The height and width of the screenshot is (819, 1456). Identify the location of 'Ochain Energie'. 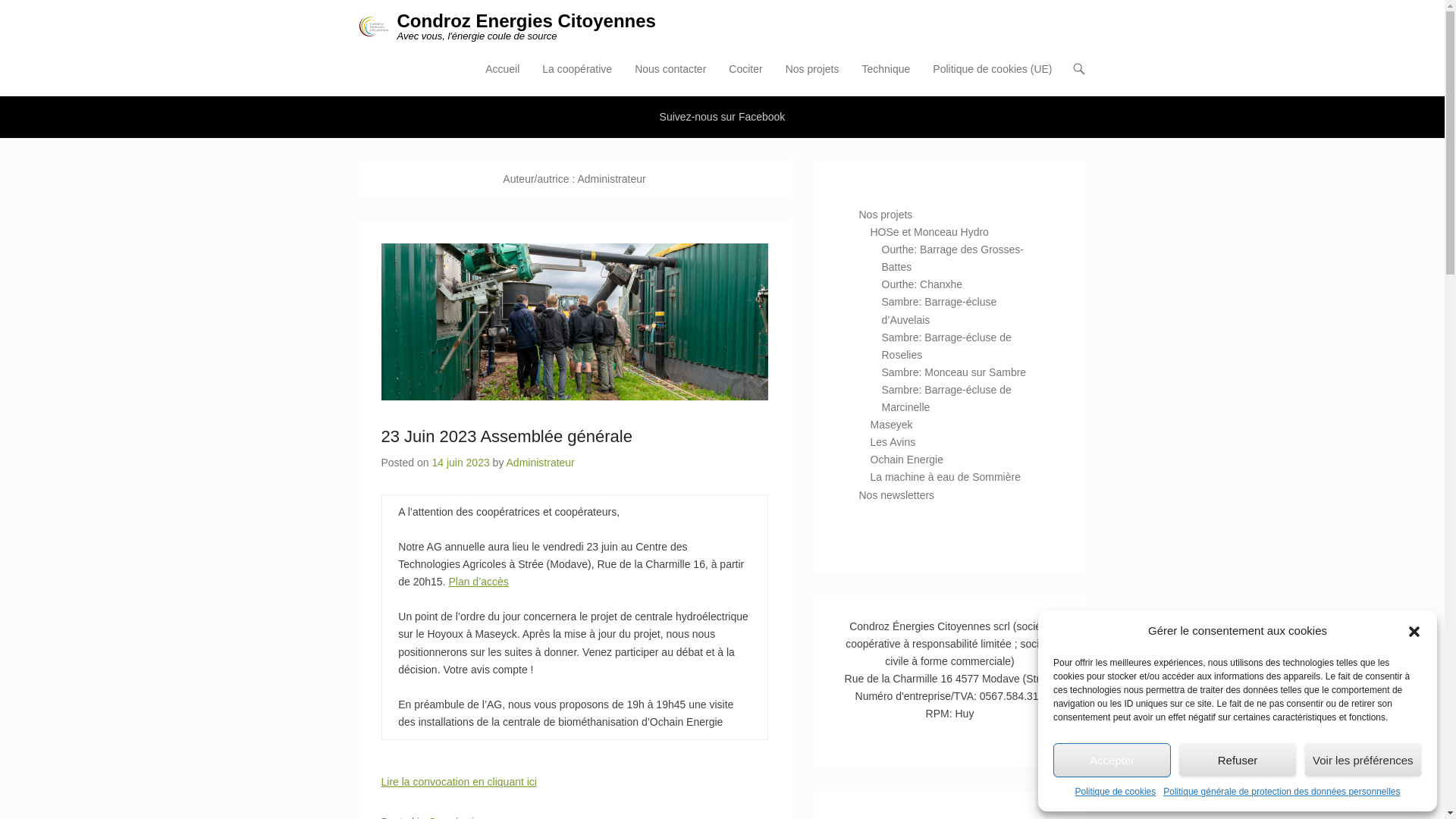
(907, 458).